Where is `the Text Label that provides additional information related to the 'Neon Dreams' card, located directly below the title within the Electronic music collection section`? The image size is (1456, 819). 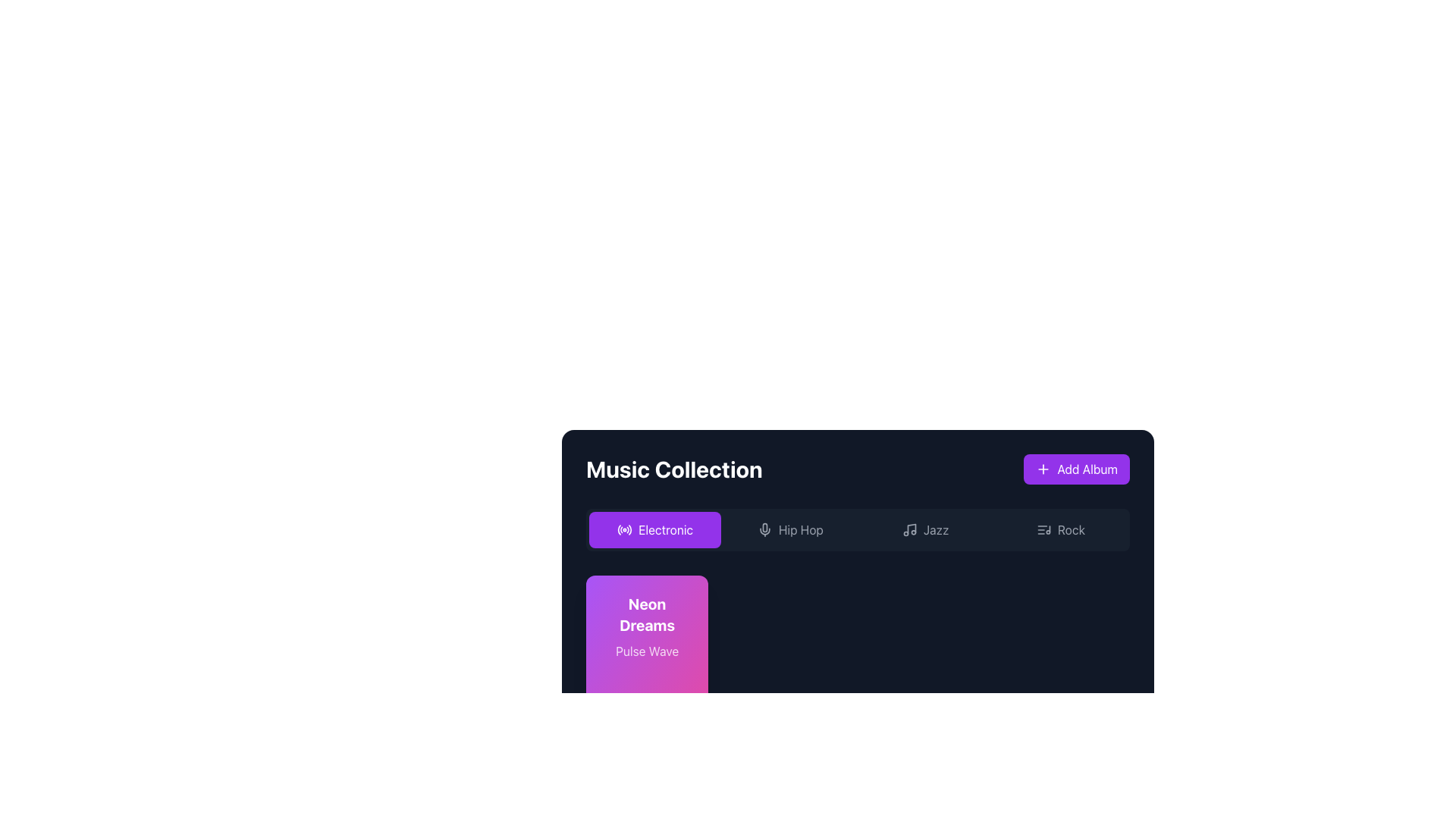 the Text Label that provides additional information related to the 'Neon Dreams' card, located directly below the title within the Electronic music collection section is located at coordinates (647, 651).